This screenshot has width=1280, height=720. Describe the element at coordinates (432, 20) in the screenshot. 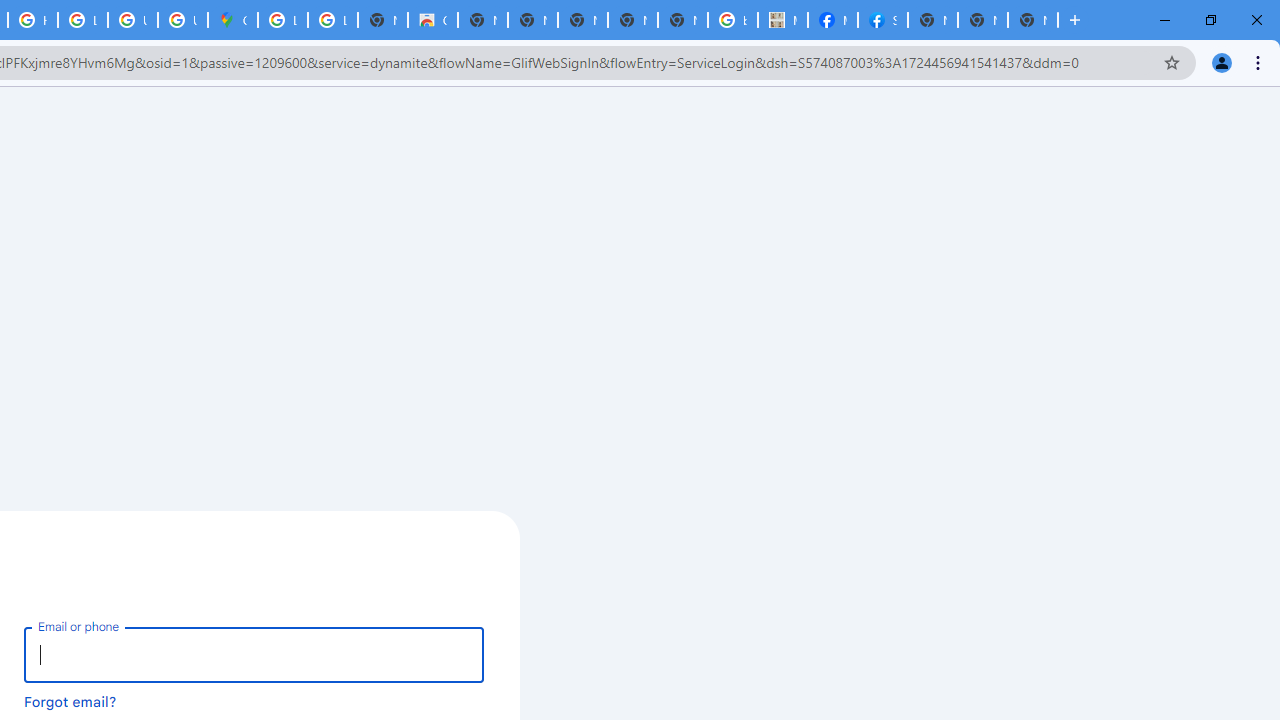

I see `'Chrome Web Store'` at that location.